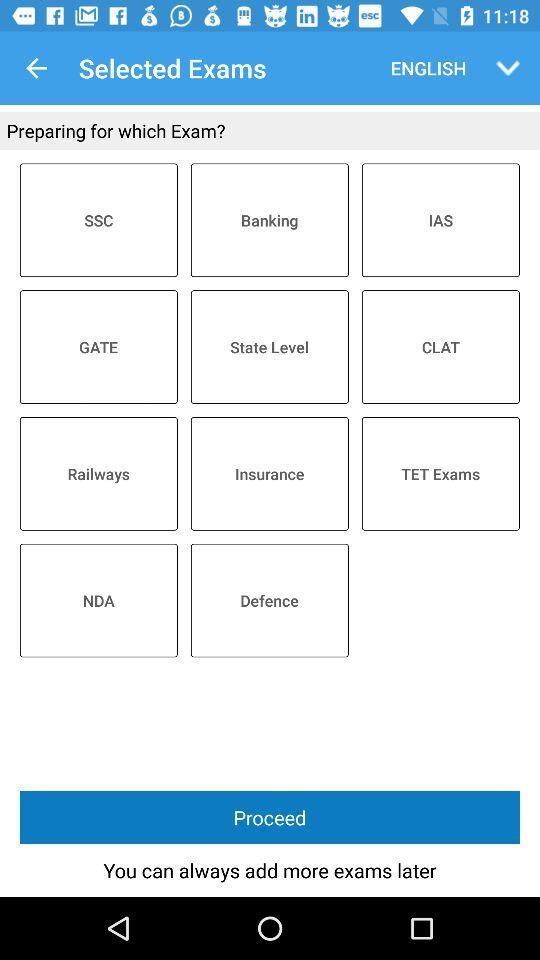 This screenshot has width=540, height=960. What do you see at coordinates (423, 68) in the screenshot?
I see `item next to selected exams` at bounding box center [423, 68].